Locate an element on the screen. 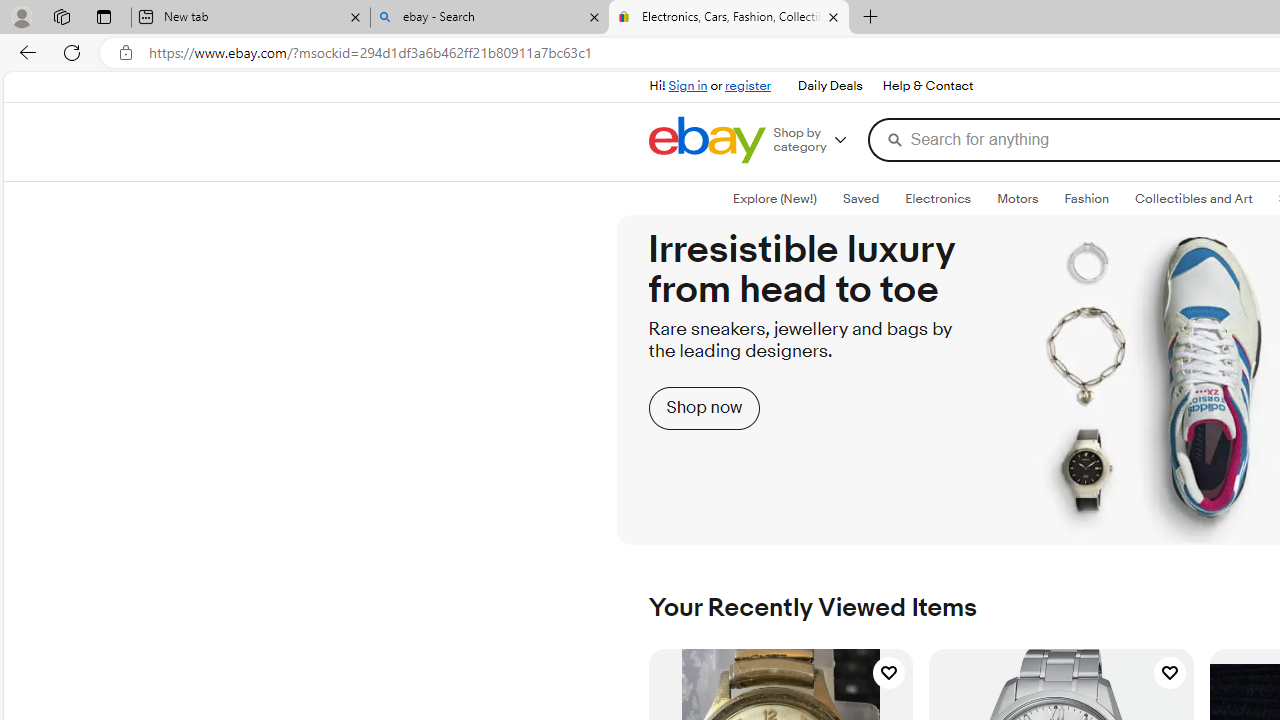 The height and width of the screenshot is (720, 1280). 'ebay - Search' is located at coordinates (490, 17).